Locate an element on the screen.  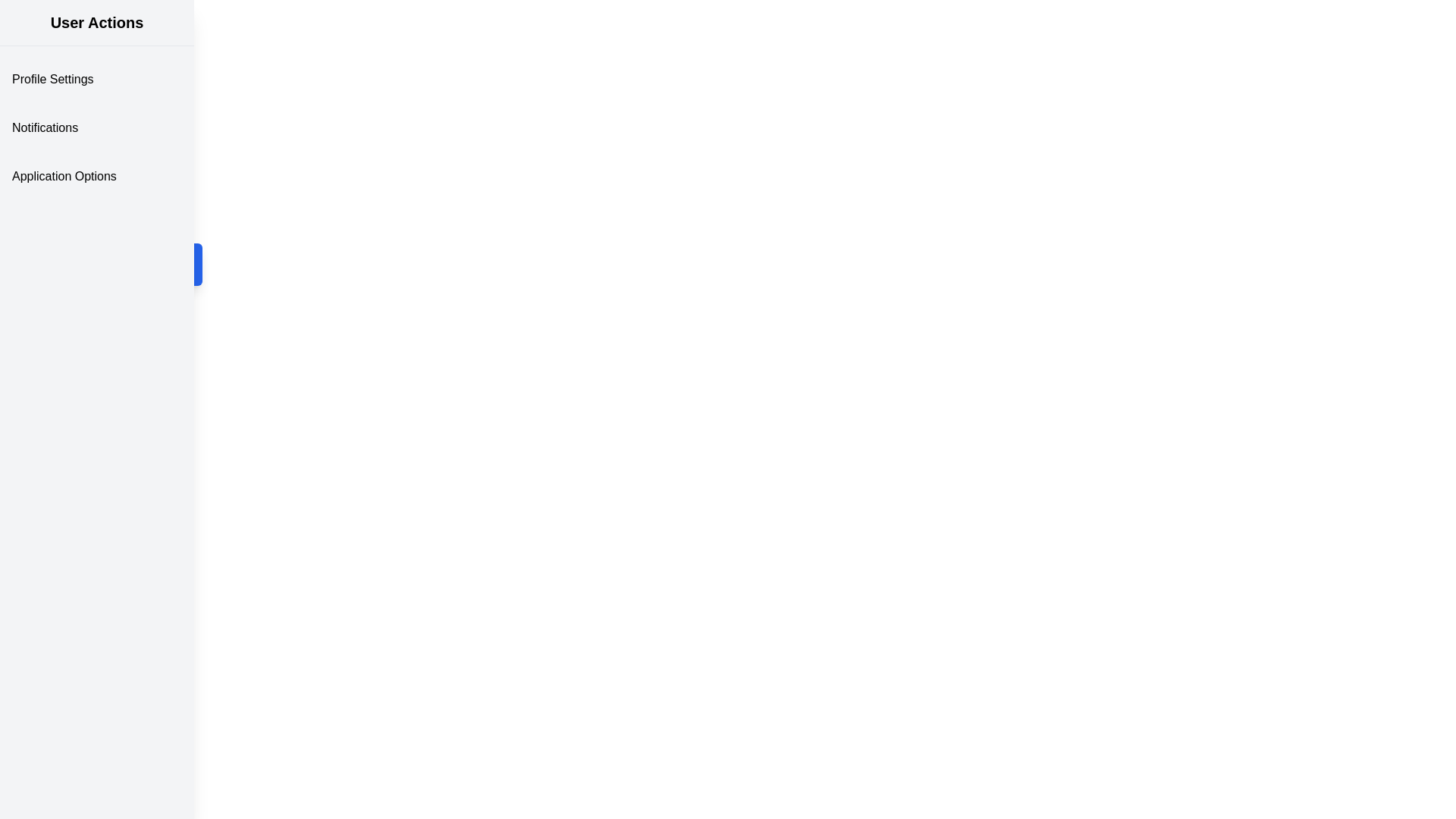
the menu item Notifications to interact with it is located at coordinates (96, 127).